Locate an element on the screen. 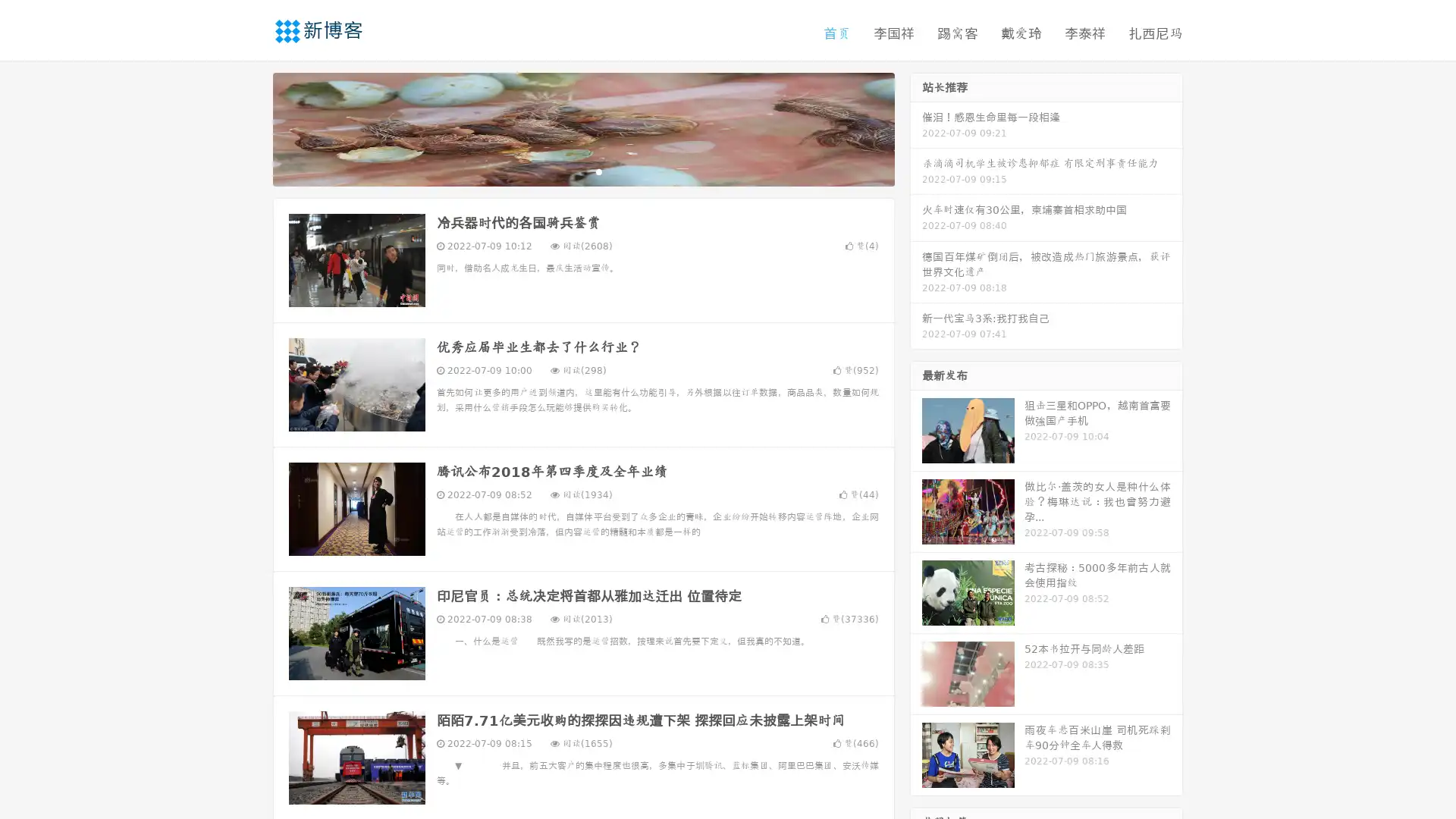  Go to slide 1 is located at coordinates (567, 171).